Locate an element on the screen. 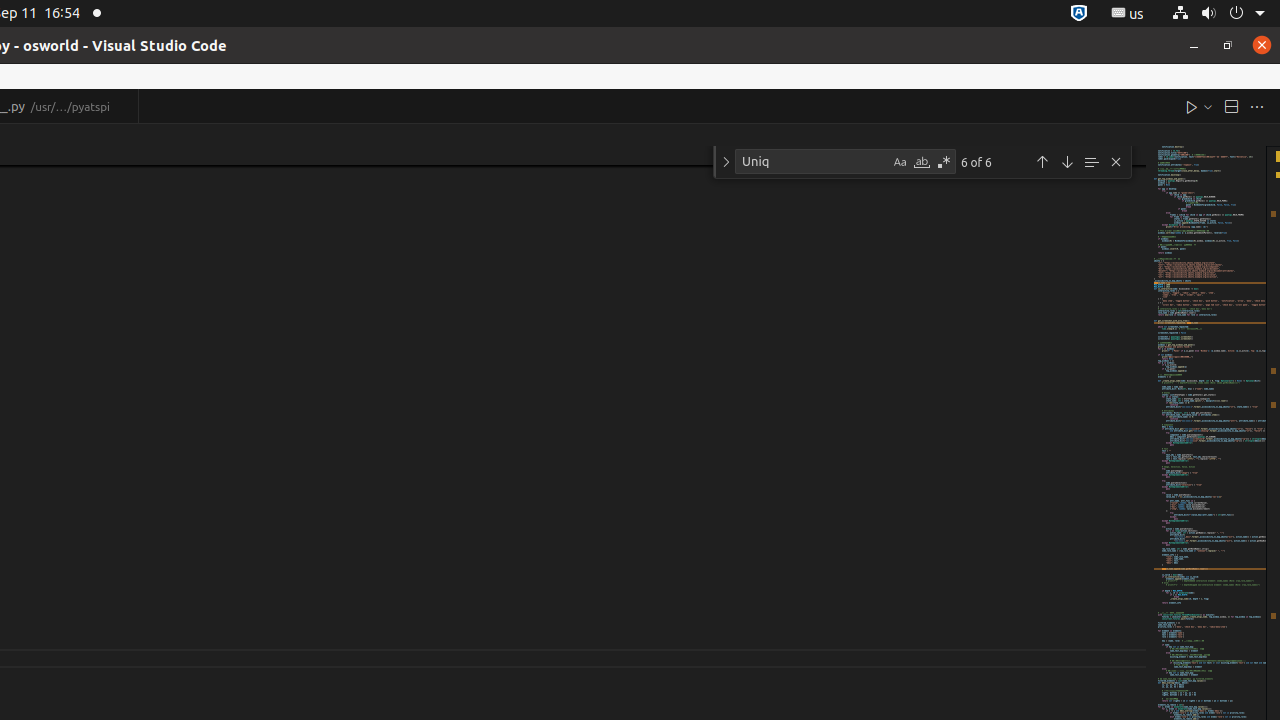  'Close (Escape)' is located at coordinates (1115, 161).